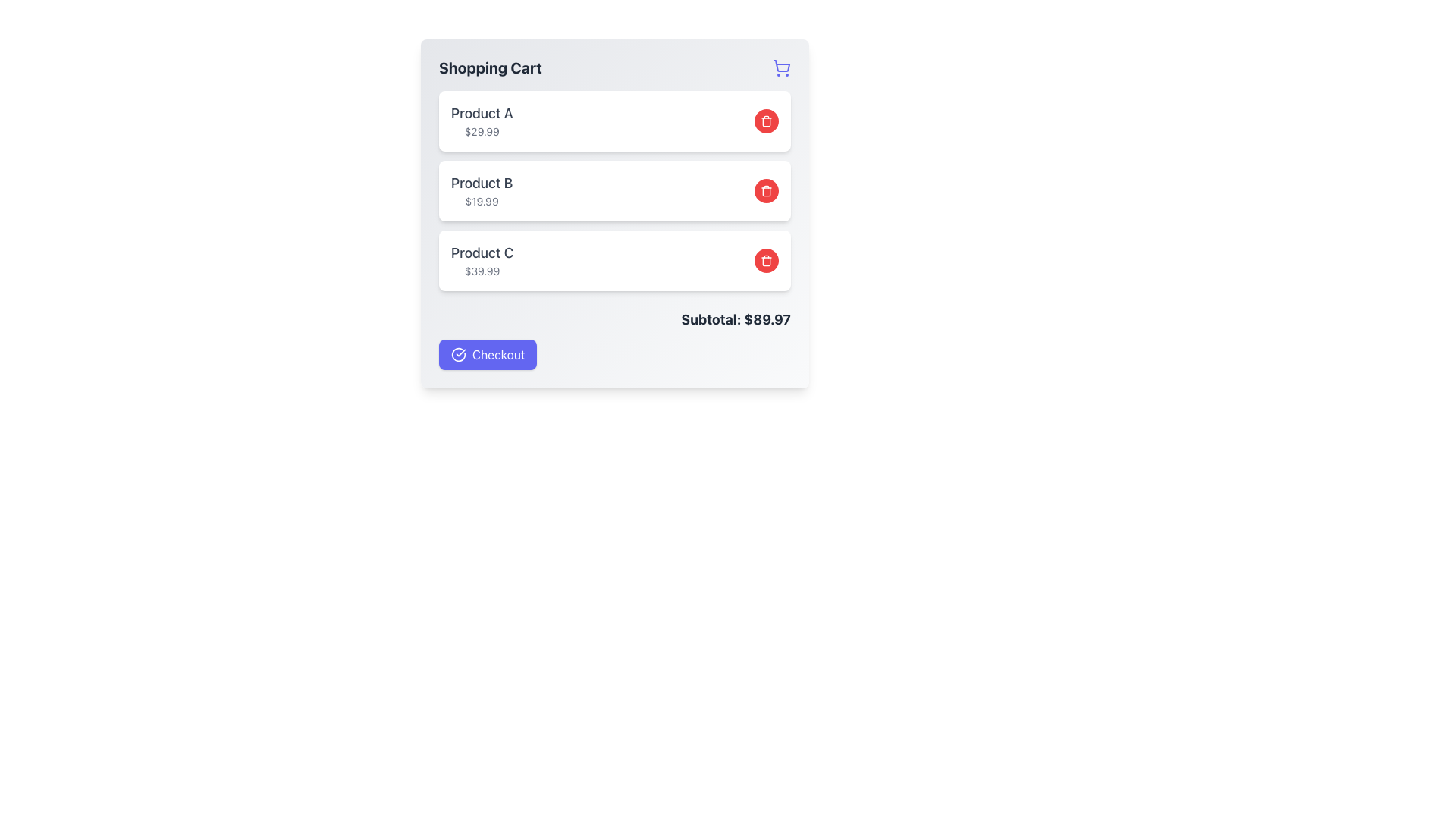 Image resolution: width=1456 pixels, height=819 pixels. Describe the element at coordinates (481, 183) in the screenshot. I see `the static text label displaying 'Product B' in the shopping cart's item list, located above the price tag '$19.99'` at that location.